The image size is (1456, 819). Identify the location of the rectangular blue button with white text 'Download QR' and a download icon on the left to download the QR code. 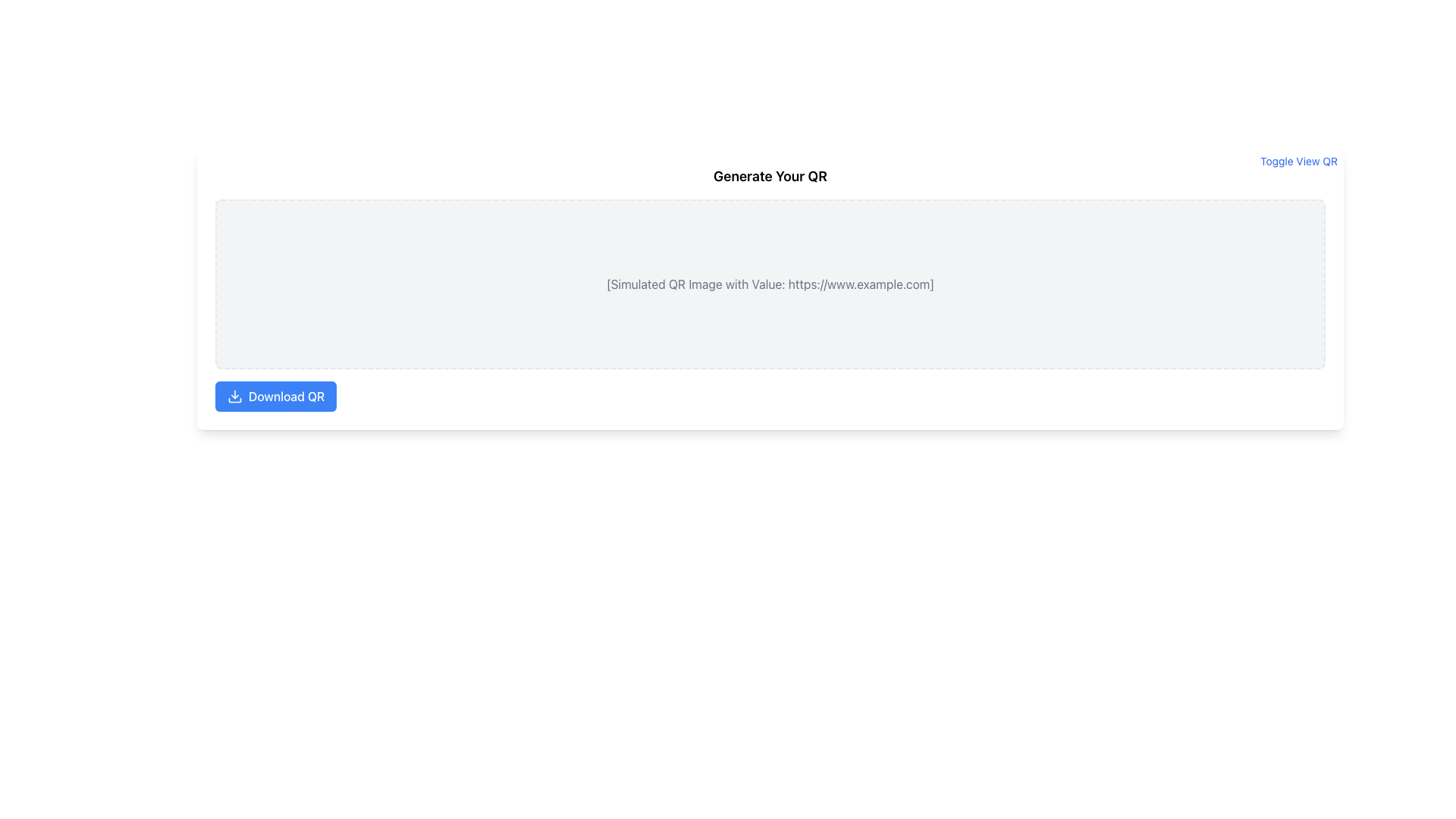
(276, 396).